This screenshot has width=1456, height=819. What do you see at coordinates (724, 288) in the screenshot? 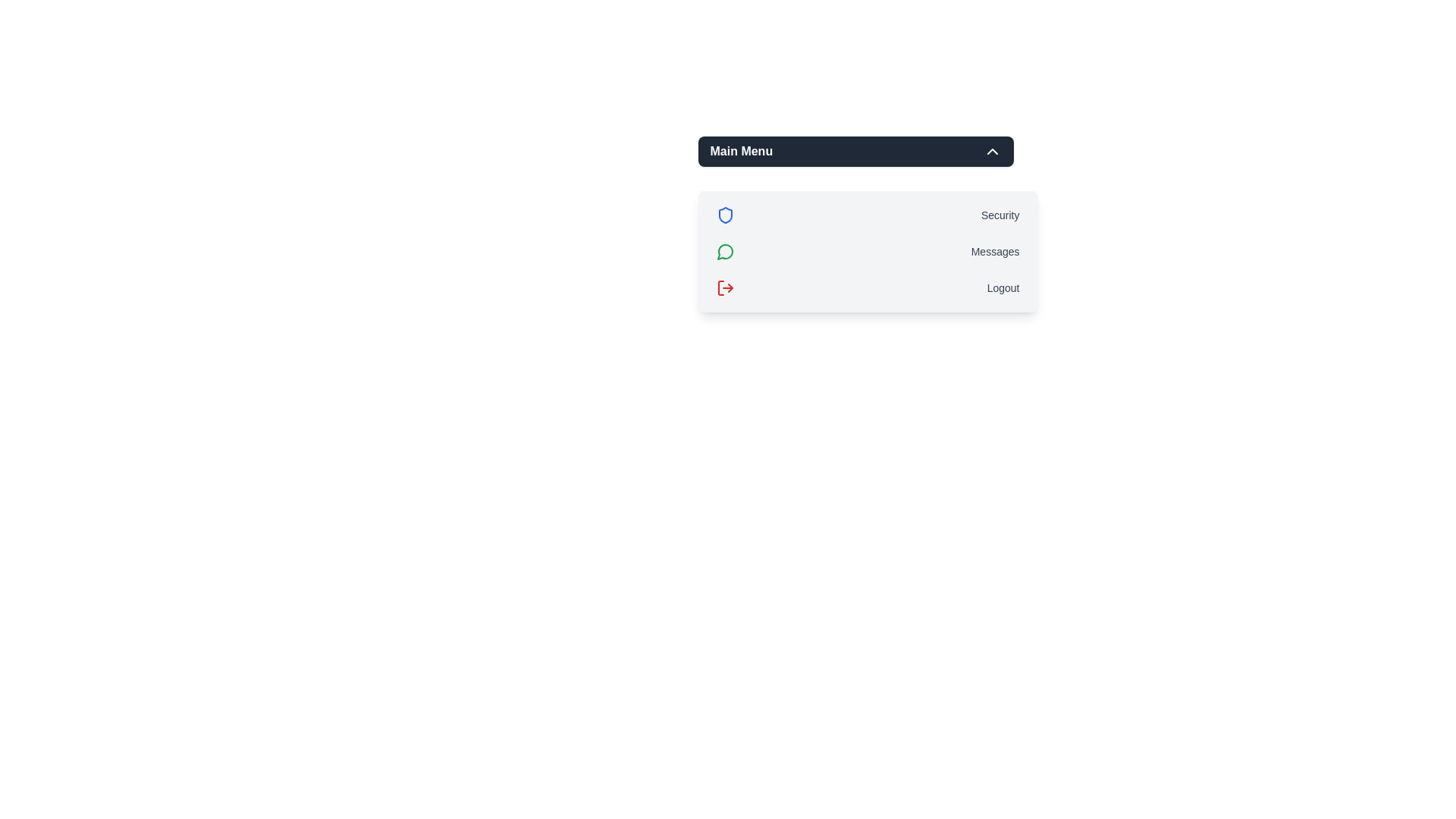
I see `the bold red arrow icon for the 'logout' action located in the dropdown menu, adjacent to the 'Logout' text` at bounding box center [724, 288].